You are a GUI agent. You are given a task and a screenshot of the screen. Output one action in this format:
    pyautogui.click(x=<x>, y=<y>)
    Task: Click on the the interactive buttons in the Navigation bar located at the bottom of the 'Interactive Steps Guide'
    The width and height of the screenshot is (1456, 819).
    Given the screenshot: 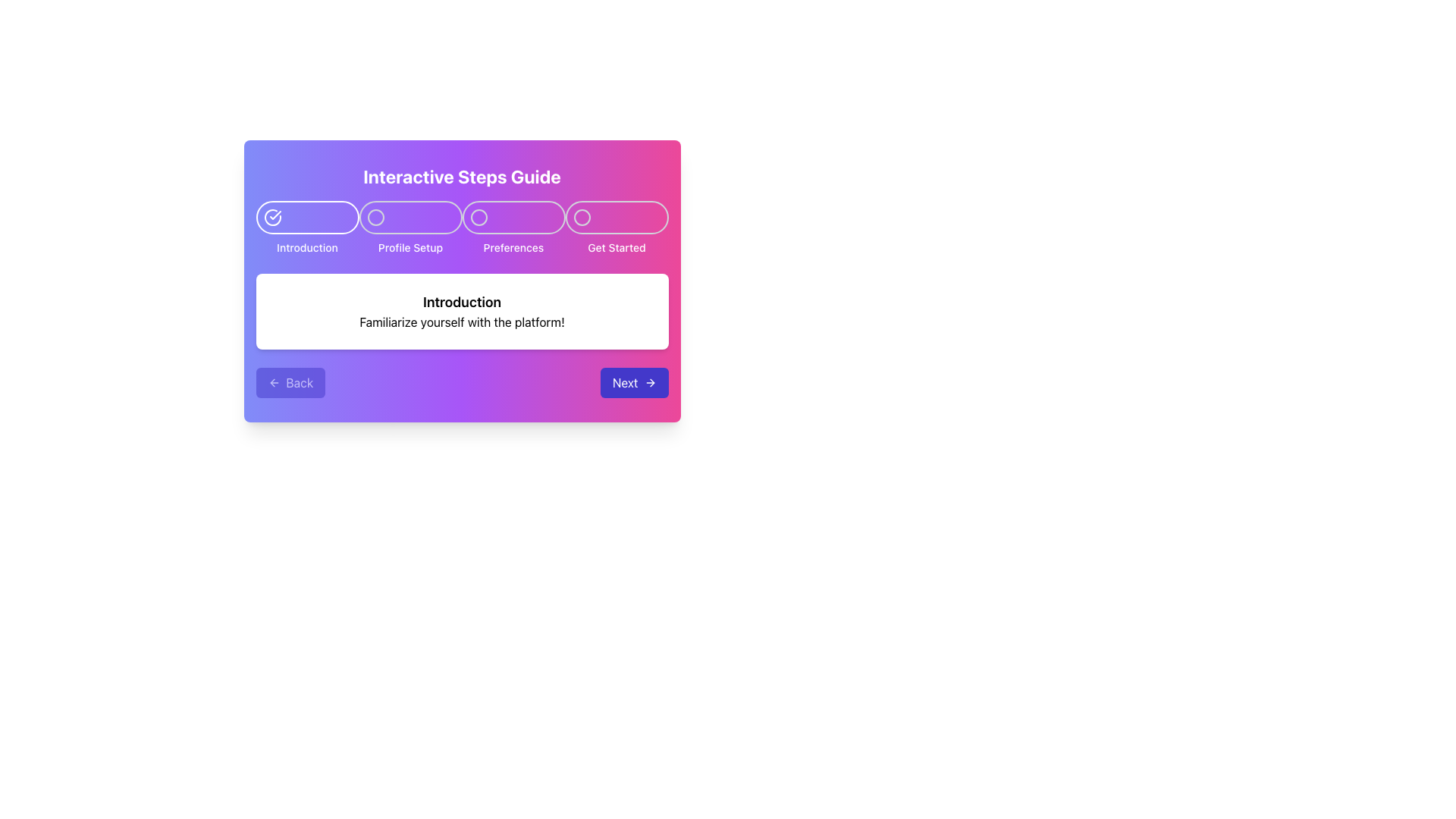 What is the action you would take?
    pyautogui.click(x=461, y=382)
    